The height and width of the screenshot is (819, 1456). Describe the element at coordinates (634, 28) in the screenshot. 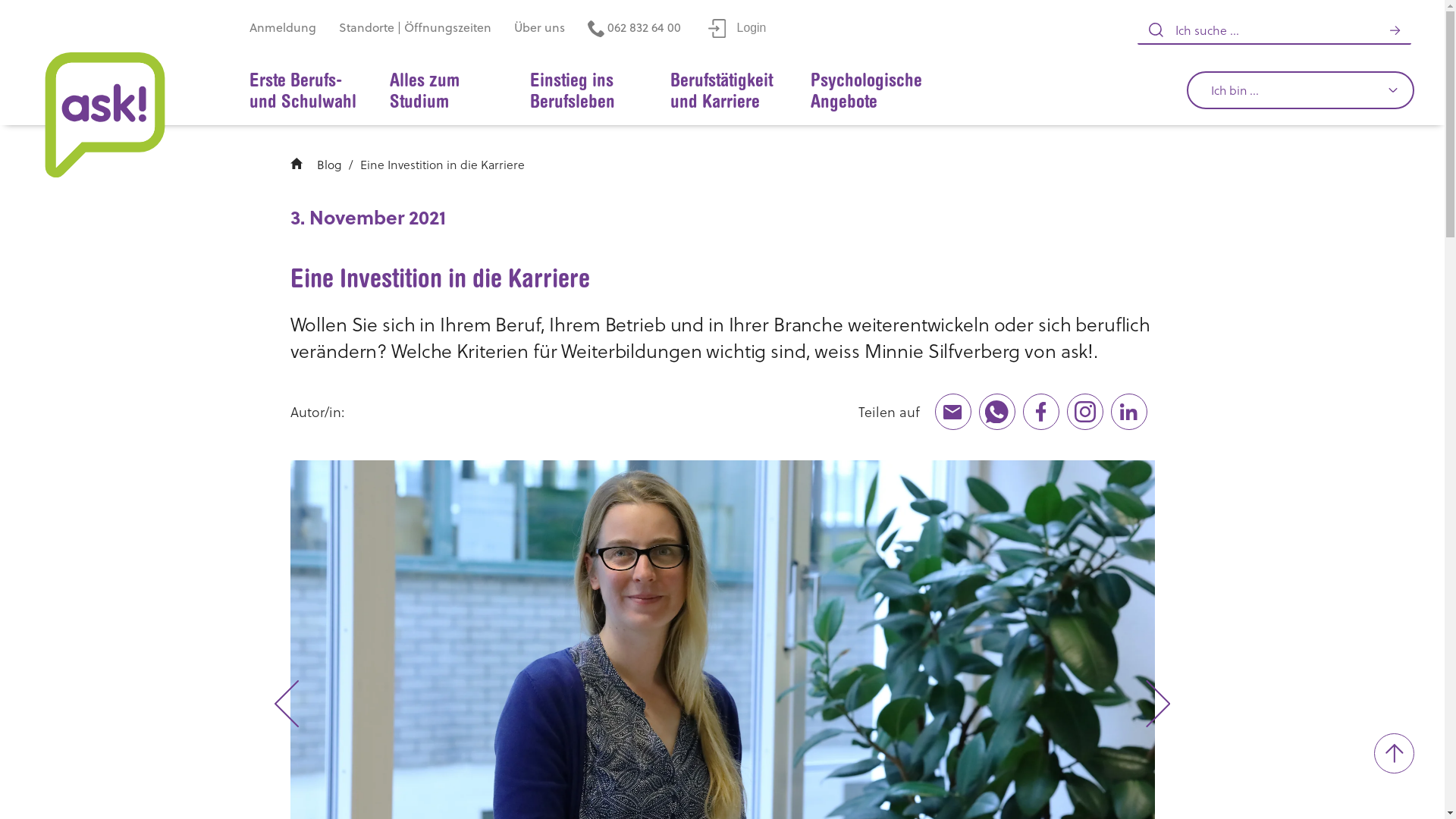

I see `'062 832 64 00'` at that location.